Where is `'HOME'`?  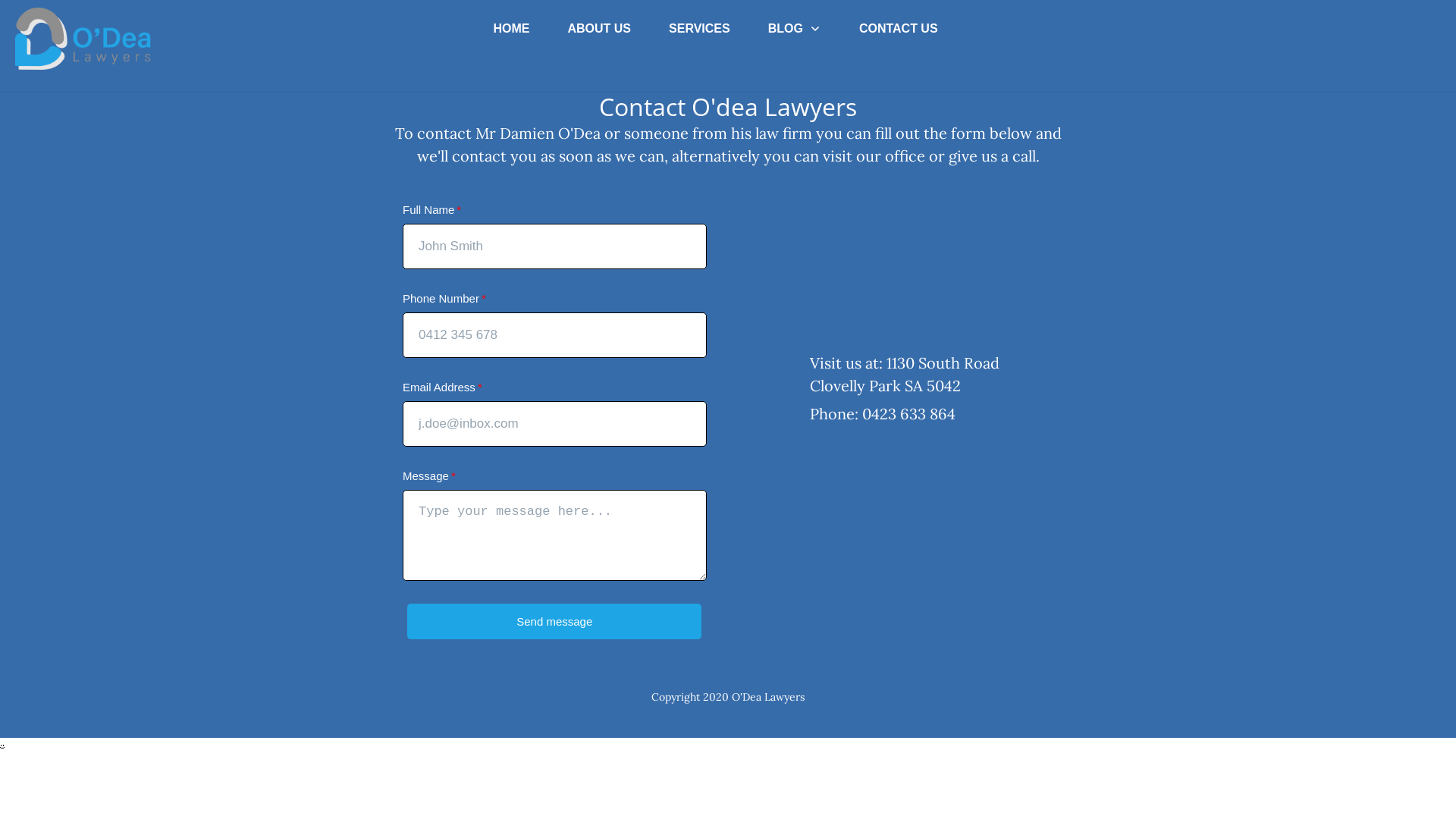 'HOME' is located at coordinates (510, 29).